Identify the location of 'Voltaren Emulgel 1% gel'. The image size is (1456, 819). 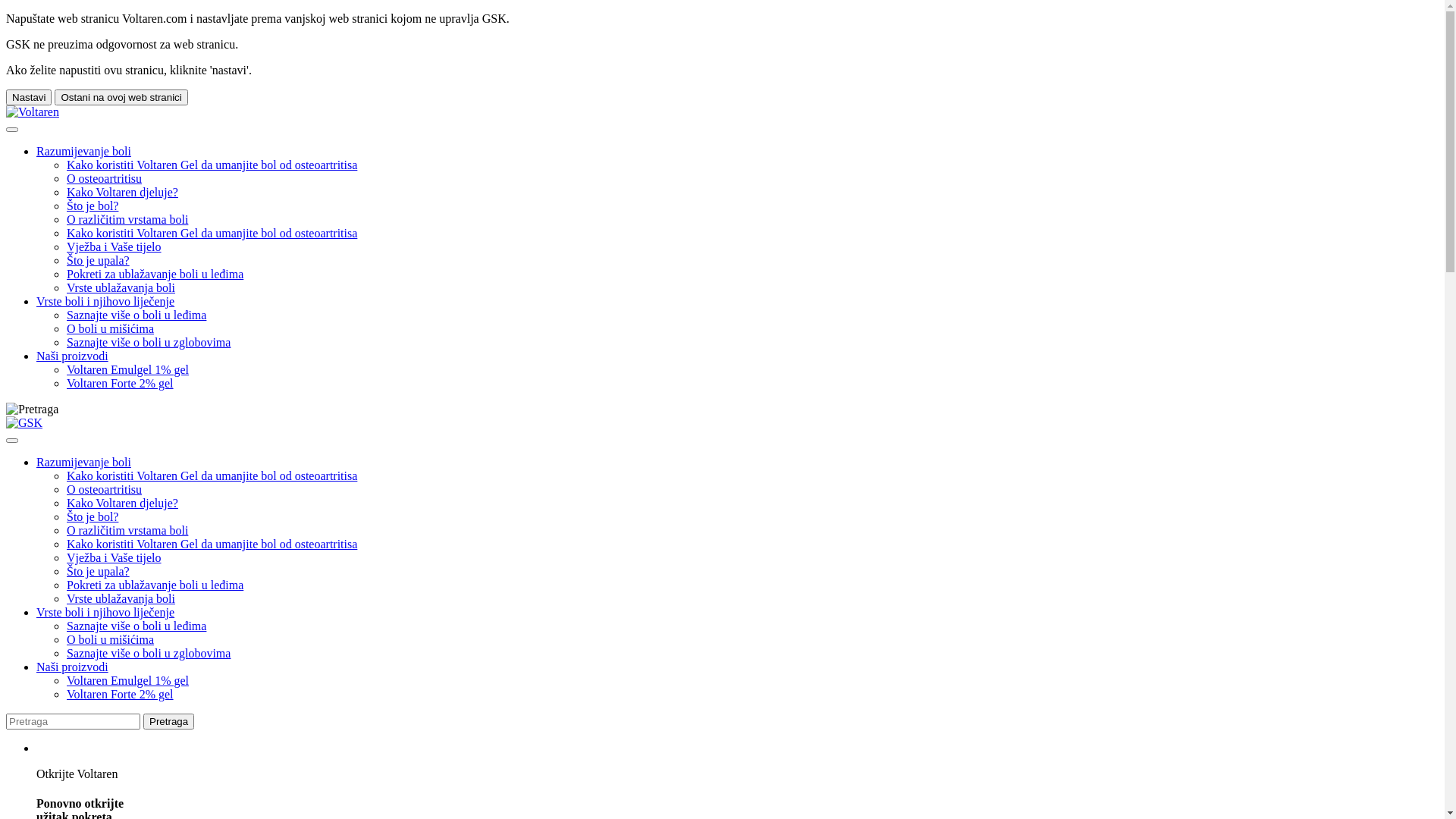
(127, 679).